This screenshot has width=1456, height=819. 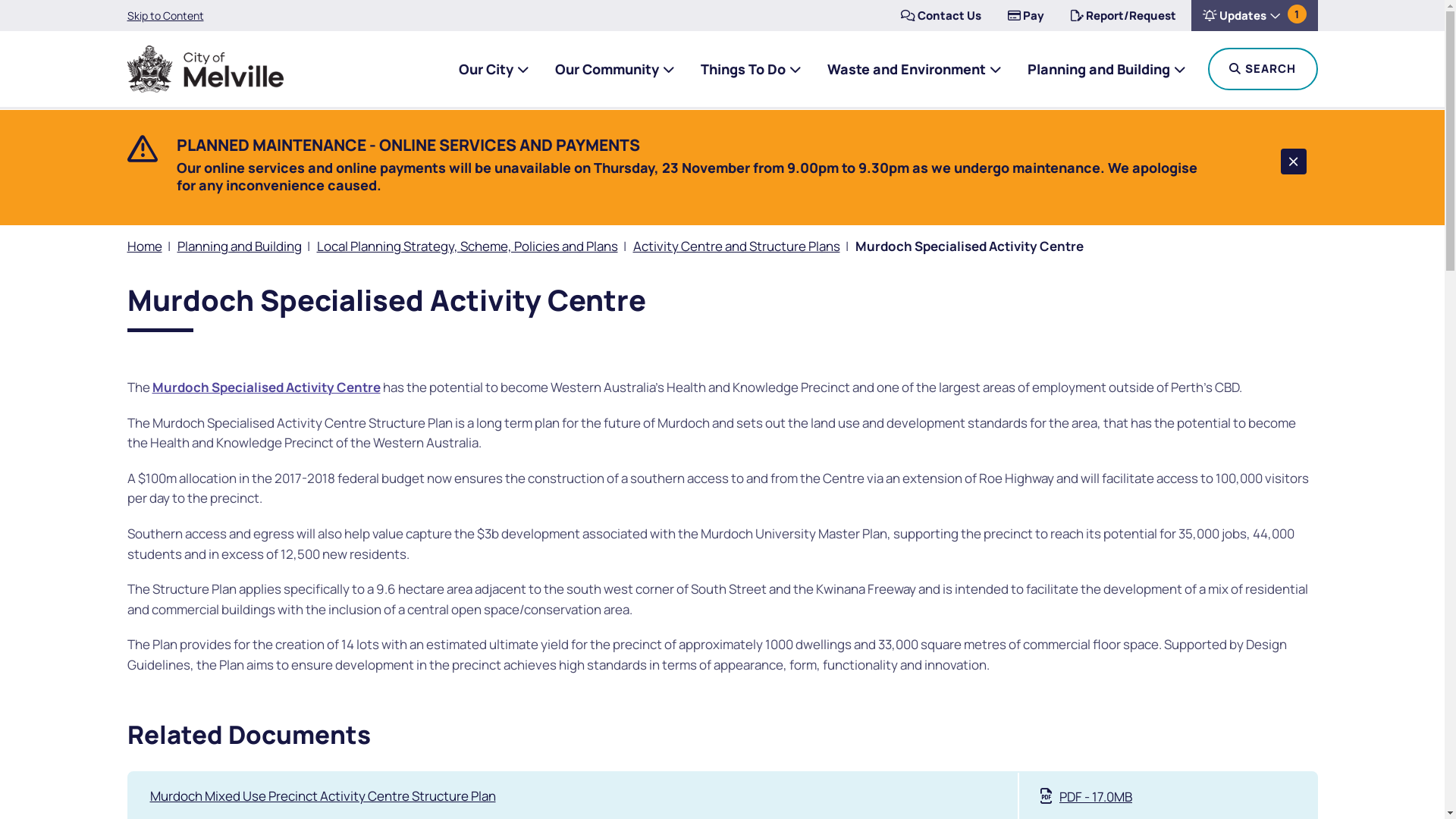 What do you see at coordinates (265, 386) in the screenshot?
I see `'Murdoch Specialised Activity Centre'` at bounding box center [265, 386].